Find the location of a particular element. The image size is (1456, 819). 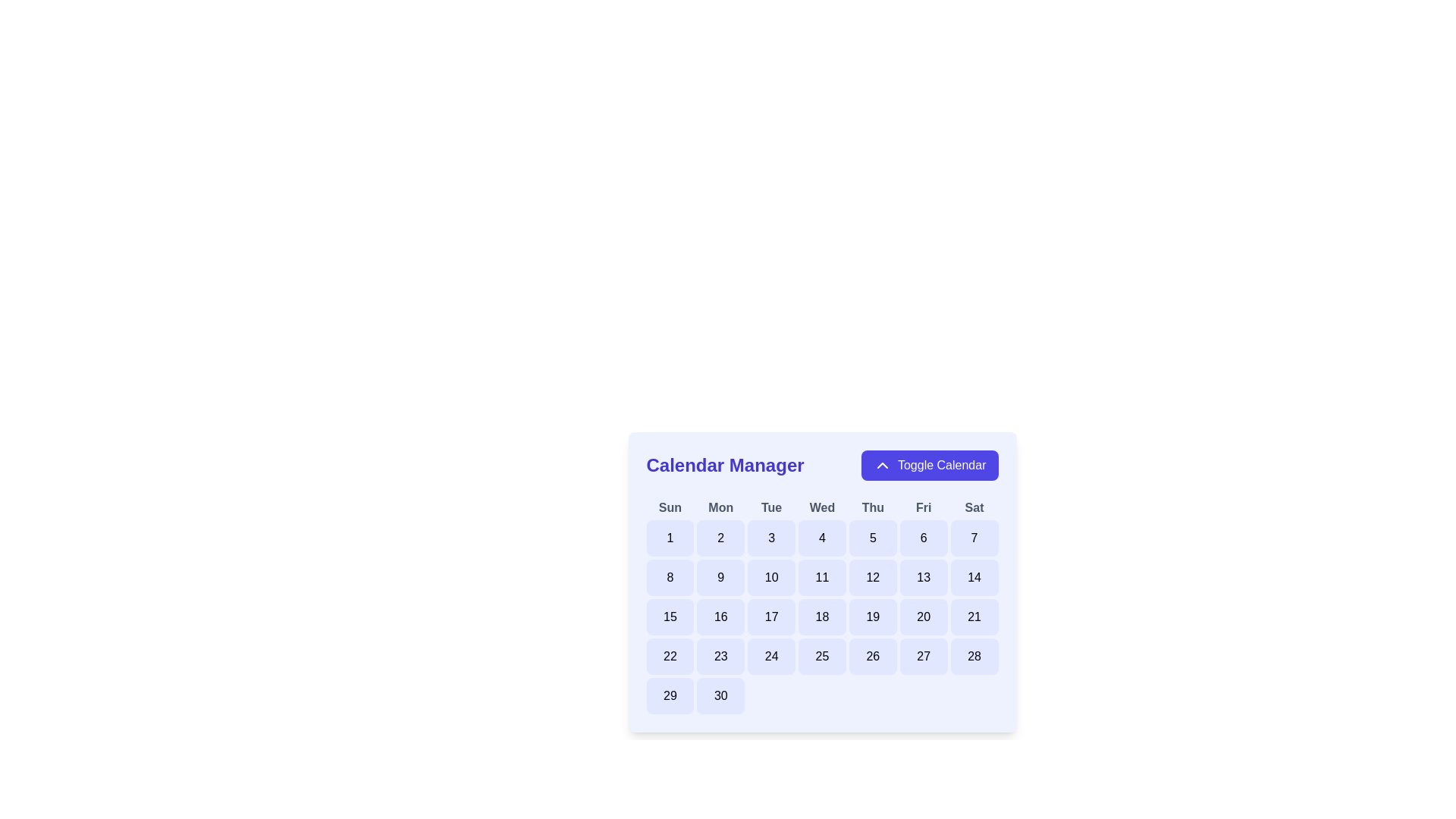

the rounded rectangular button with a light blue background that displays the number '12' in bold, located is located at coordinates (873, 578).